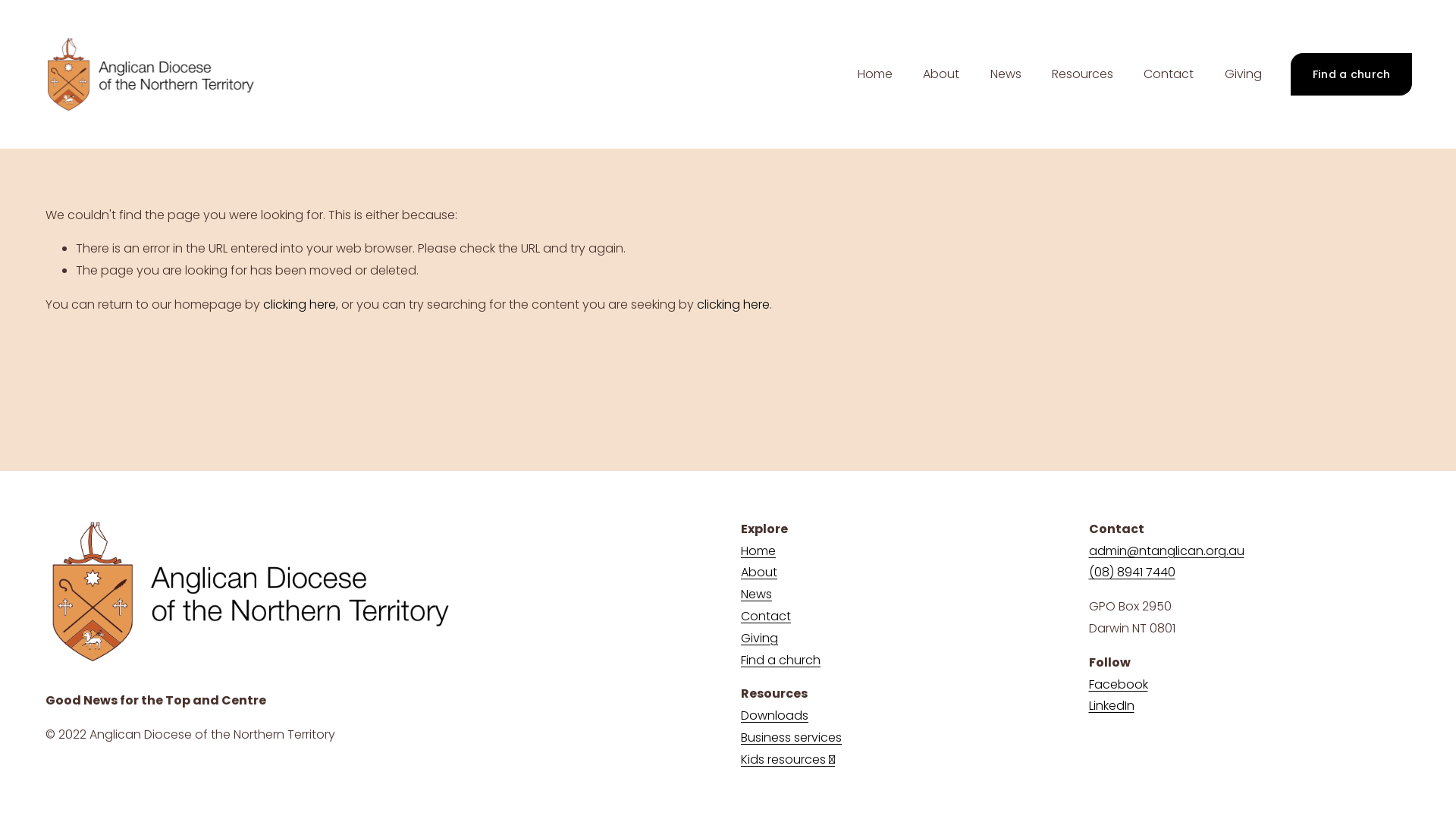 This screenshot has height=819, width=1456. I want to click on 'LinkedIn', so click(1087, 706).